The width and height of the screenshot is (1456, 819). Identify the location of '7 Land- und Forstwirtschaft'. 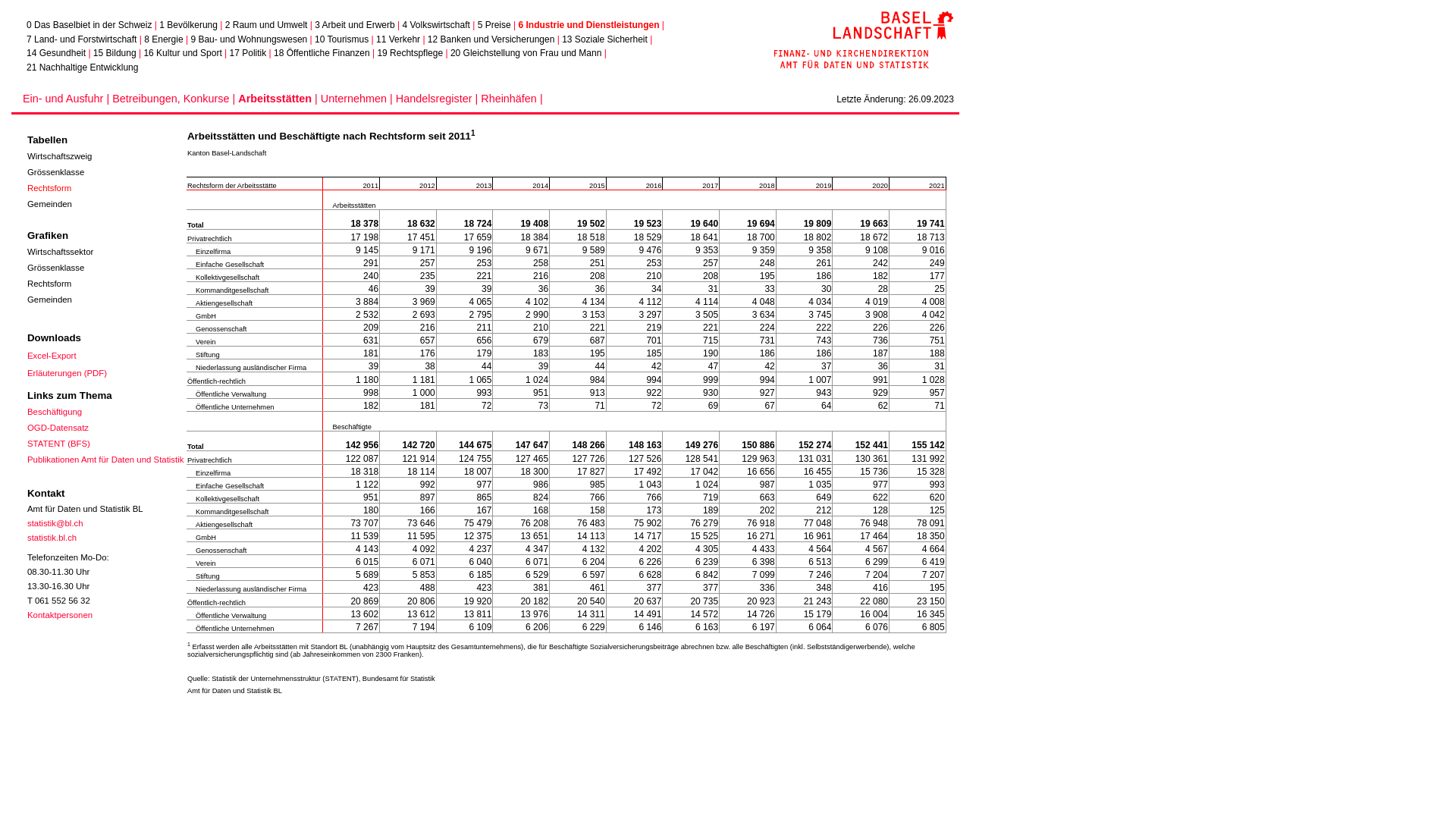
(80, 38).